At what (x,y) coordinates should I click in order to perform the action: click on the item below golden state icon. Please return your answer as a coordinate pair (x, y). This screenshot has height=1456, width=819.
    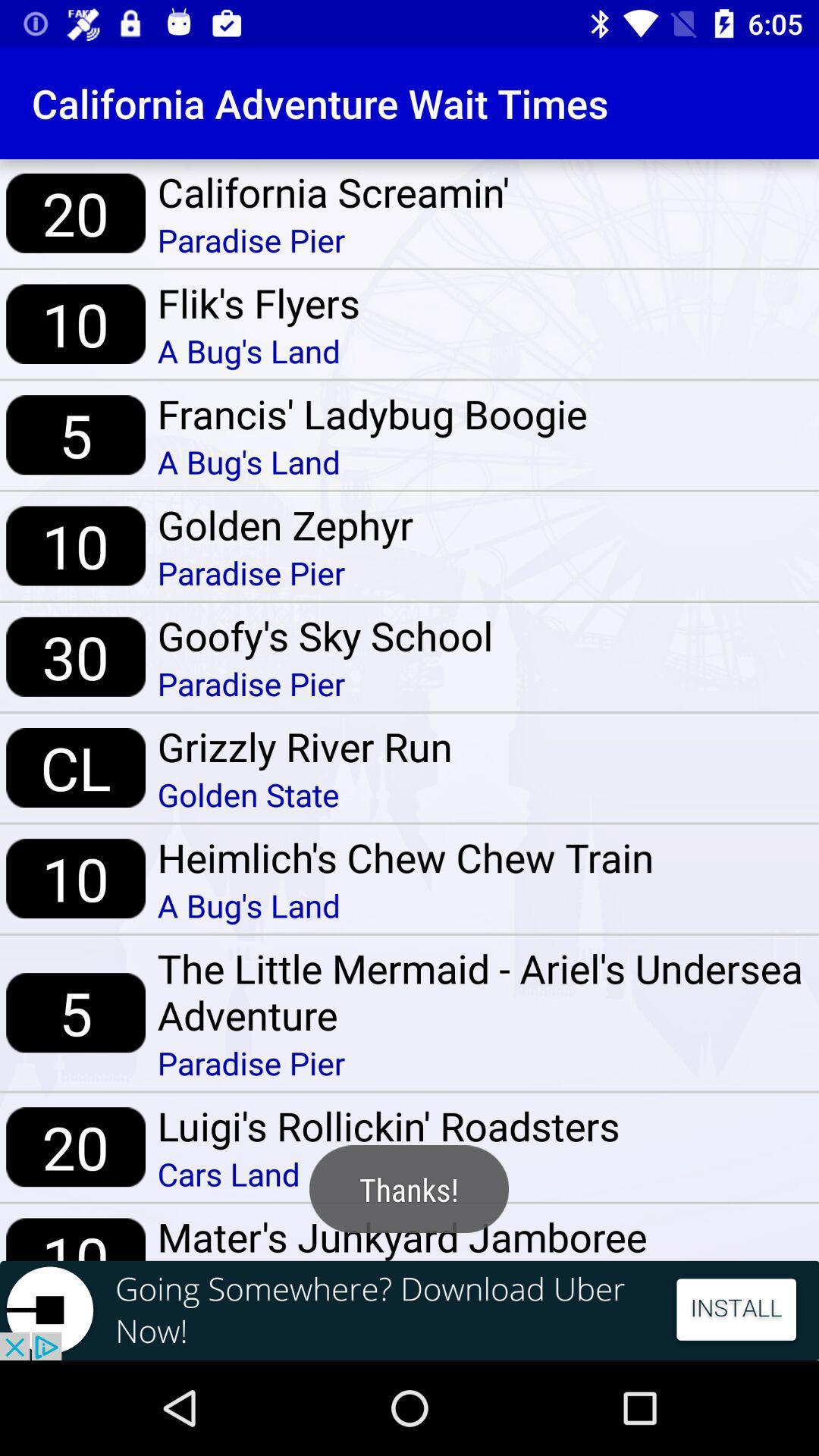
    Looking at the image, I should click on (405, 857).